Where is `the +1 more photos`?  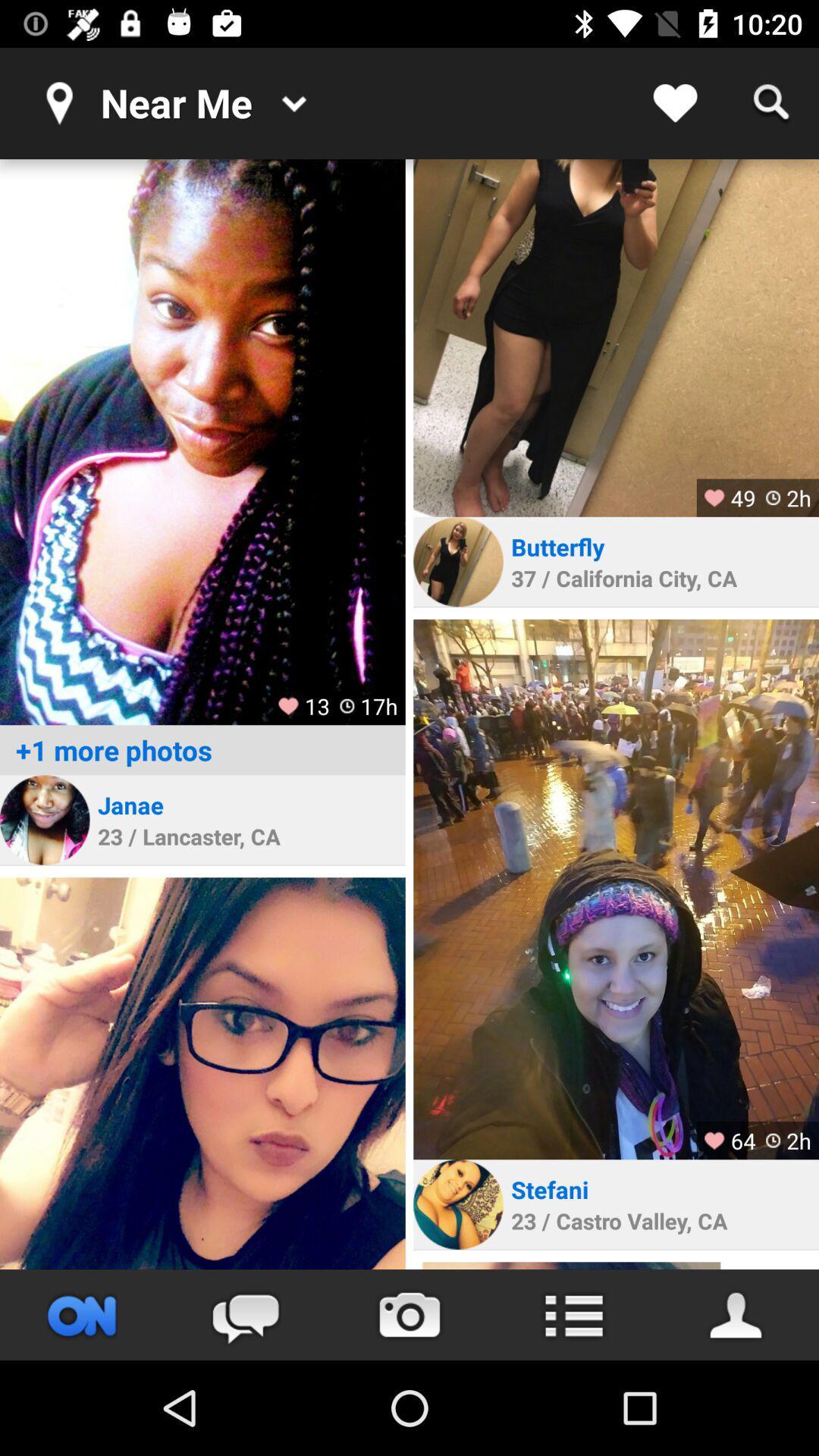 the +1 more photos is located at coordinates (202, 750).